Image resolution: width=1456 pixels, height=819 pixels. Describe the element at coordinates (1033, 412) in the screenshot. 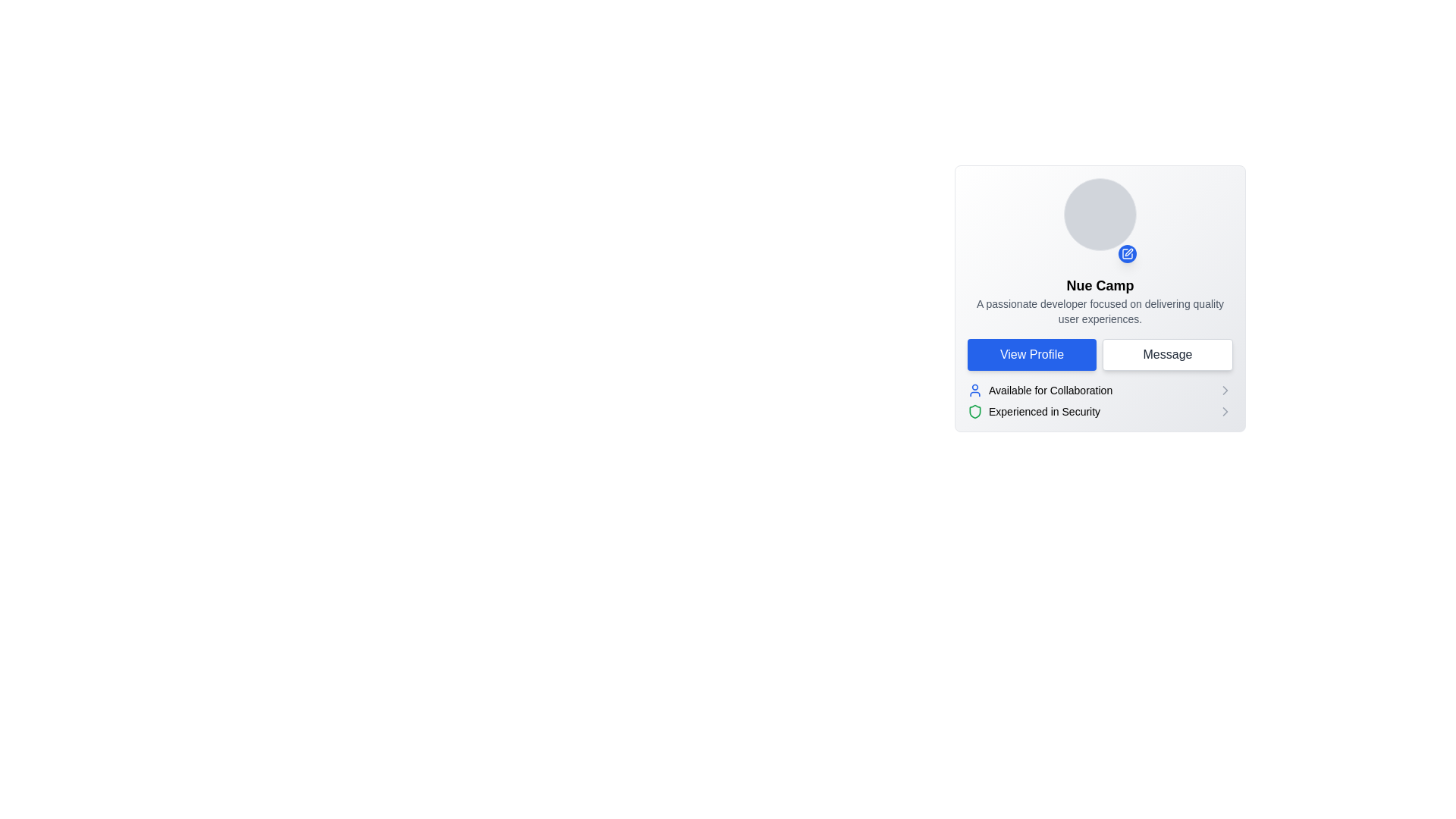

I see `the text entry labeled 'Experienced in Security' which is accompanied by a small green shield icon, located near the lower part of the profile card interface` at that location.